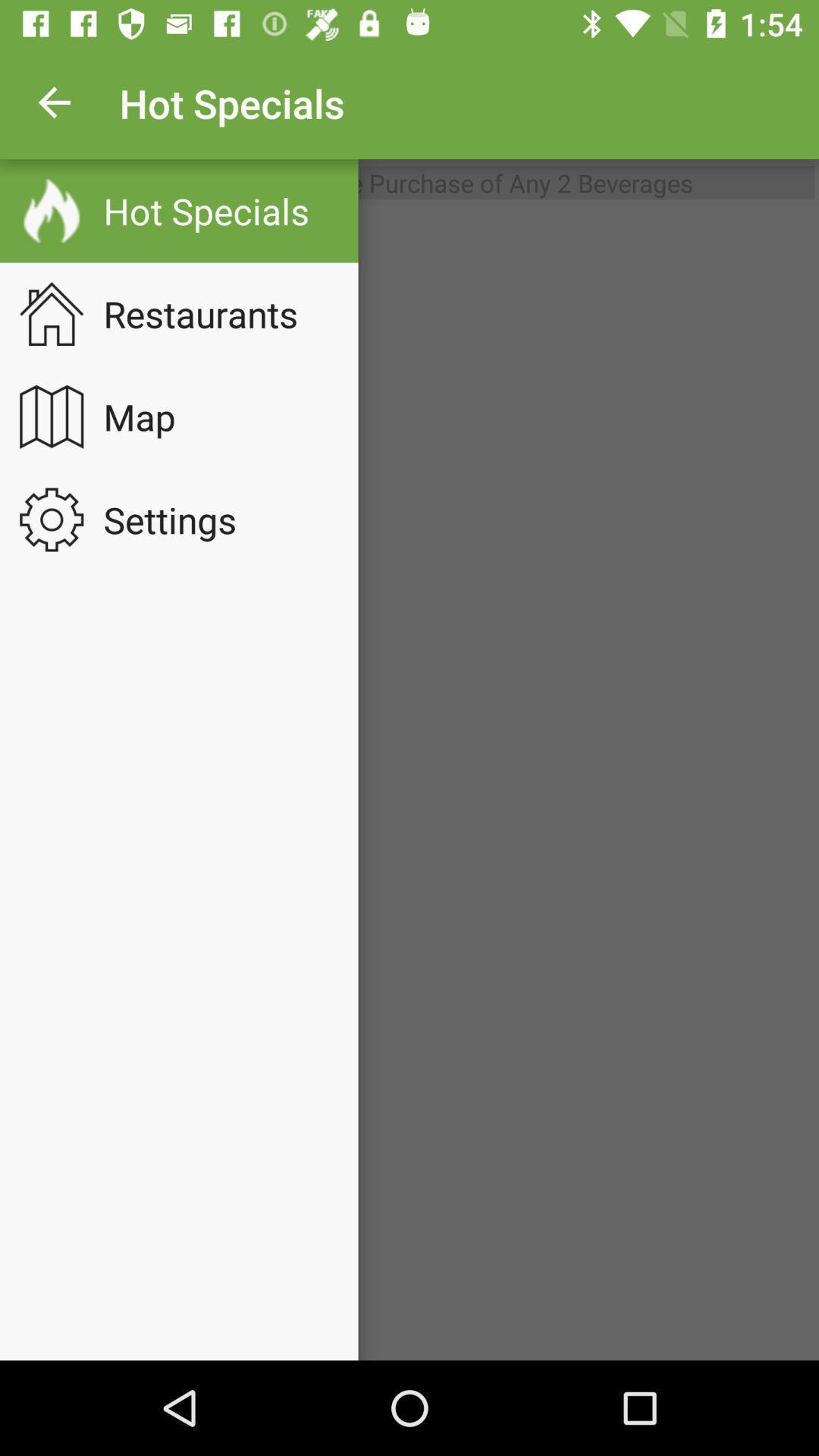 This screenshot has width=819, height=1456. I want to click on item below entree bogo with icon, so click(409, 783).